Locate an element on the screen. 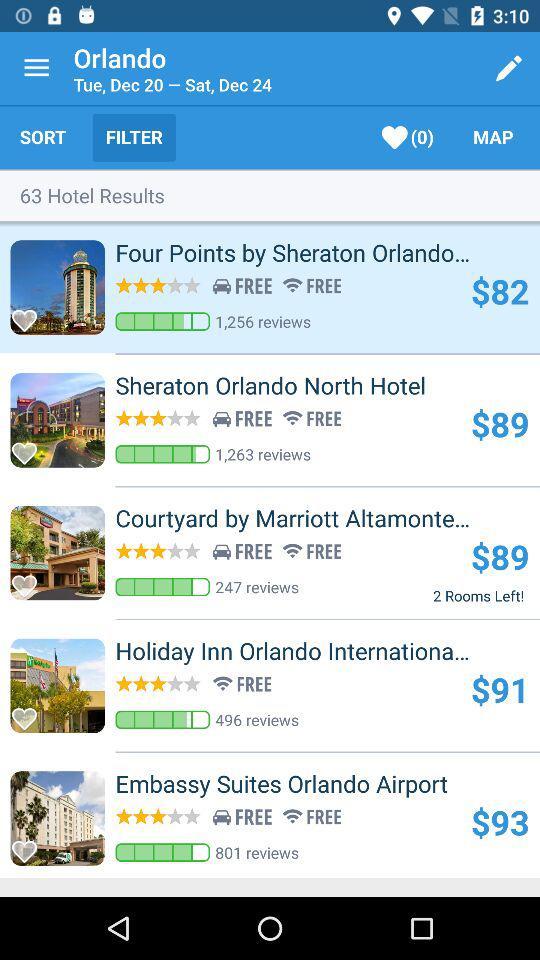 The image size is (540, 960). the icon next to 247 reviews item is located at coordinates (477, 595).